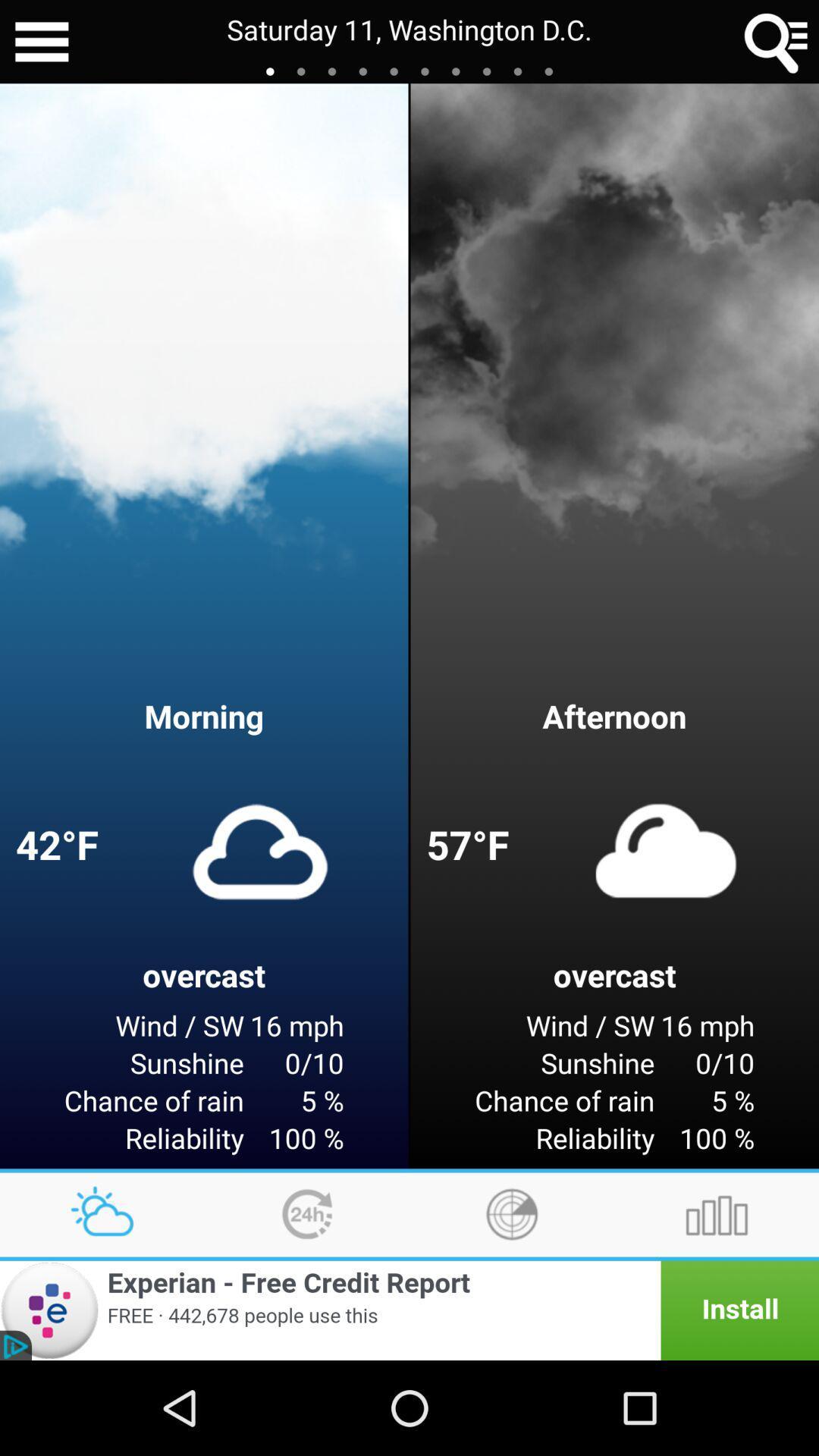 This screenshot has width=819, height=1456. I want to click on location search, so click(777, 42).